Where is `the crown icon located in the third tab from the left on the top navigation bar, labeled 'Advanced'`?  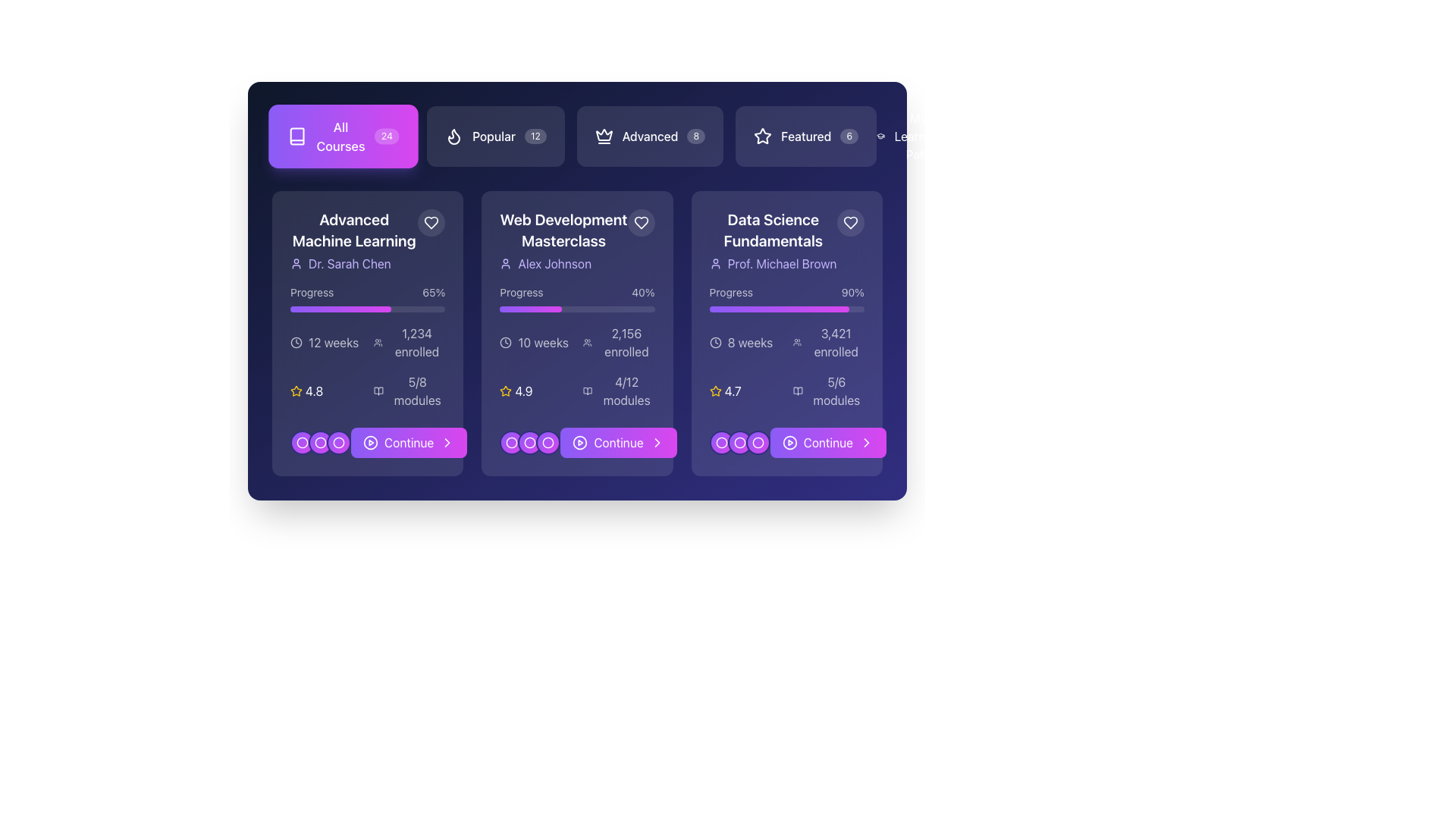
the crown icon located in the third tab from the left on the top navigation bar, labeled 'Advanced' is located at coordinates (603, 136).